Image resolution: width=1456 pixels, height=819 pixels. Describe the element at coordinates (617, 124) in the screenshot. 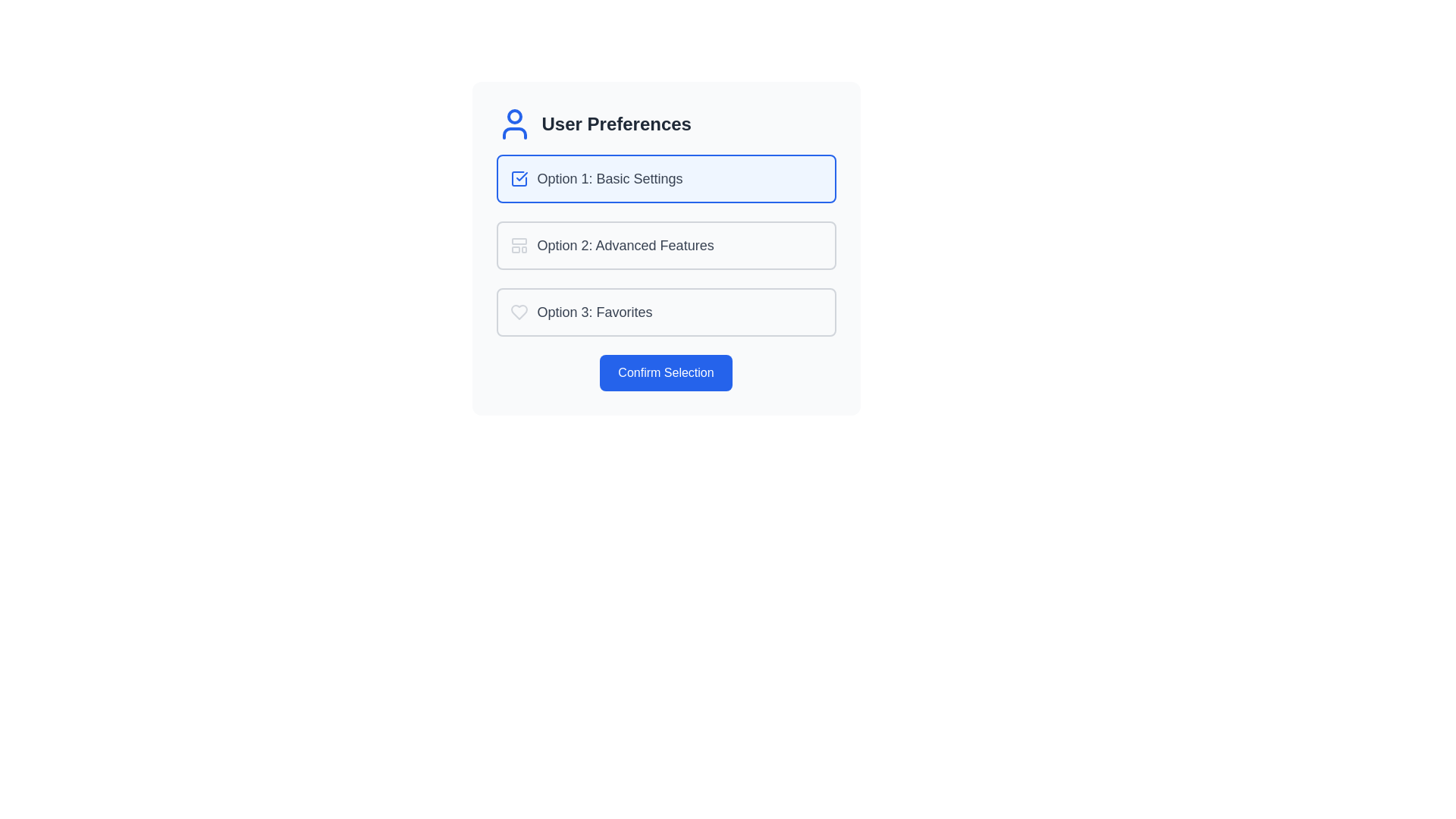

I see `the static text element labeled 'User Preferences', which is displayed in bold and large font, located within a settings panel at the top` at that location.